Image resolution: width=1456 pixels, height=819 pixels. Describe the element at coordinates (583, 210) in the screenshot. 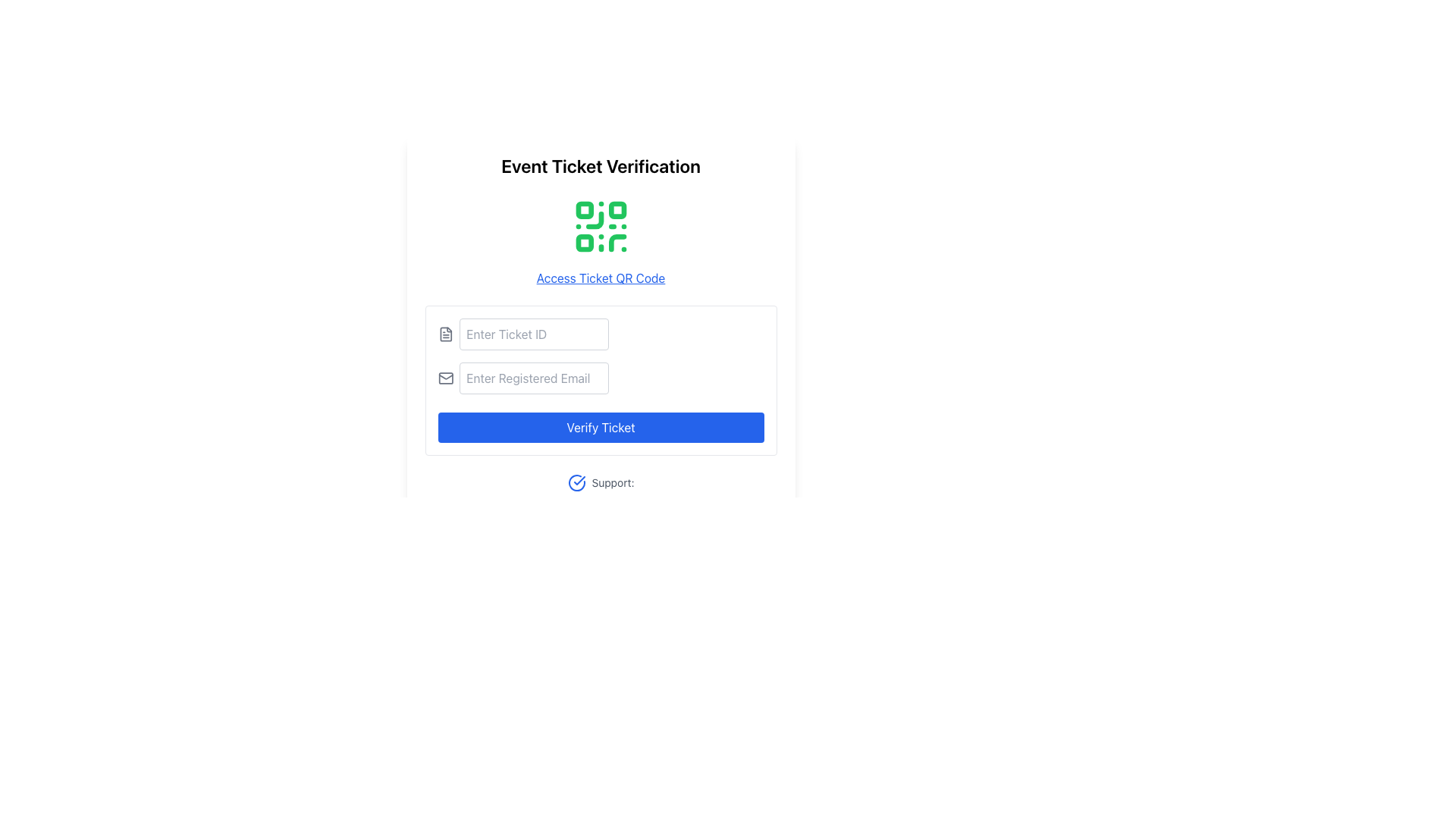

I see `the small green square with rounded corners located in the top-left quadrant of the QR code` at that location.